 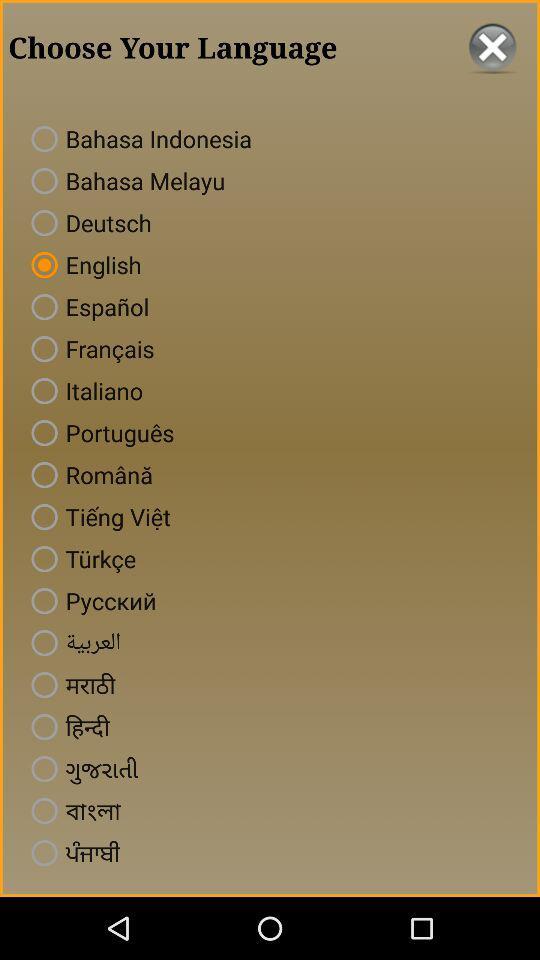 What do you see at coordinates (87, 223) in the screenshot?
I see `the deutsch` at bounding box center [87, 223].